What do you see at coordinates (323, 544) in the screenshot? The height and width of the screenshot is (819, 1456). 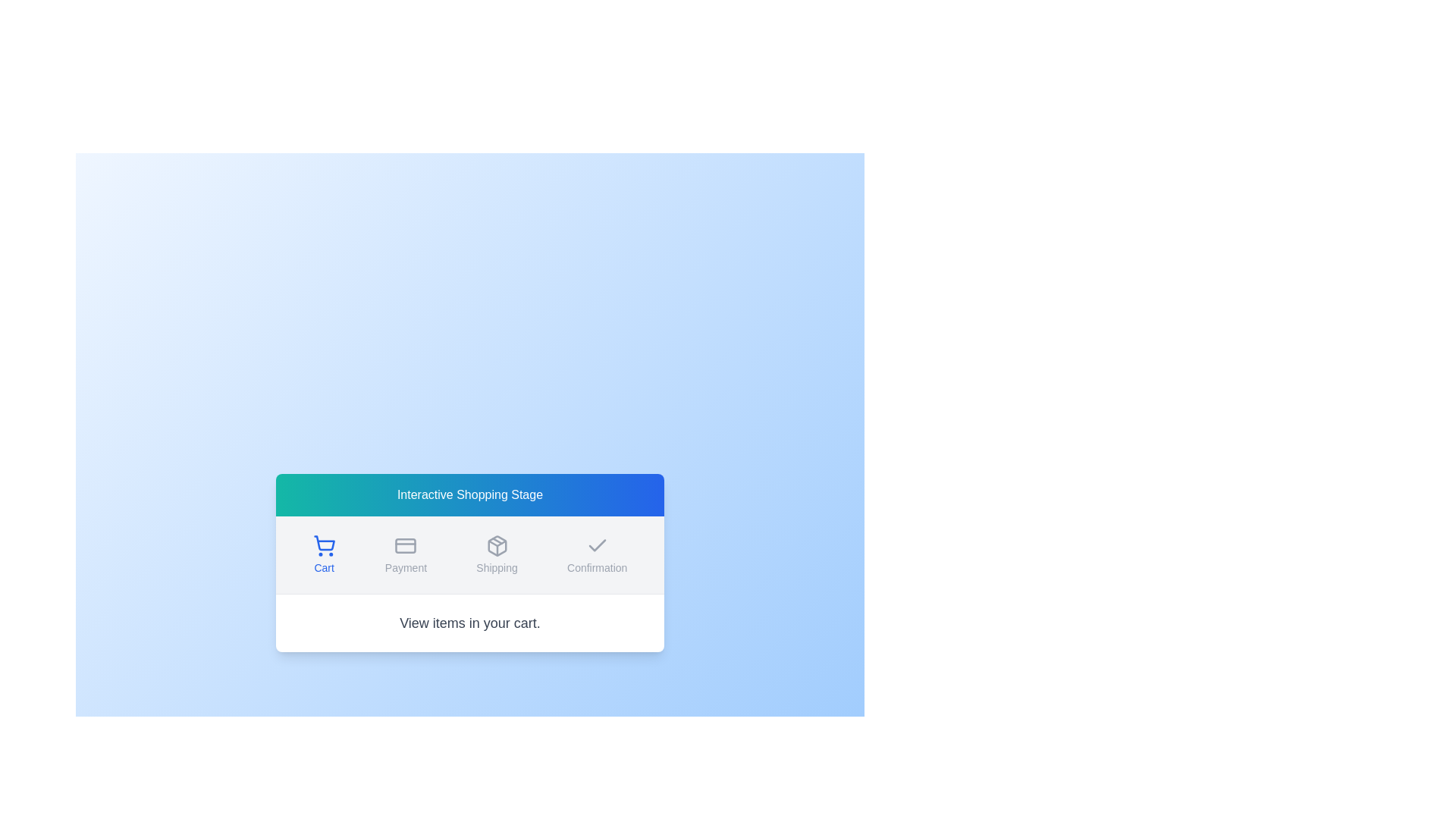 I see `the cart icon, which is a shopping cart with blue strokes located in the 'Cart' section above the text label 'Cart'` at bounding box center [323, 544].